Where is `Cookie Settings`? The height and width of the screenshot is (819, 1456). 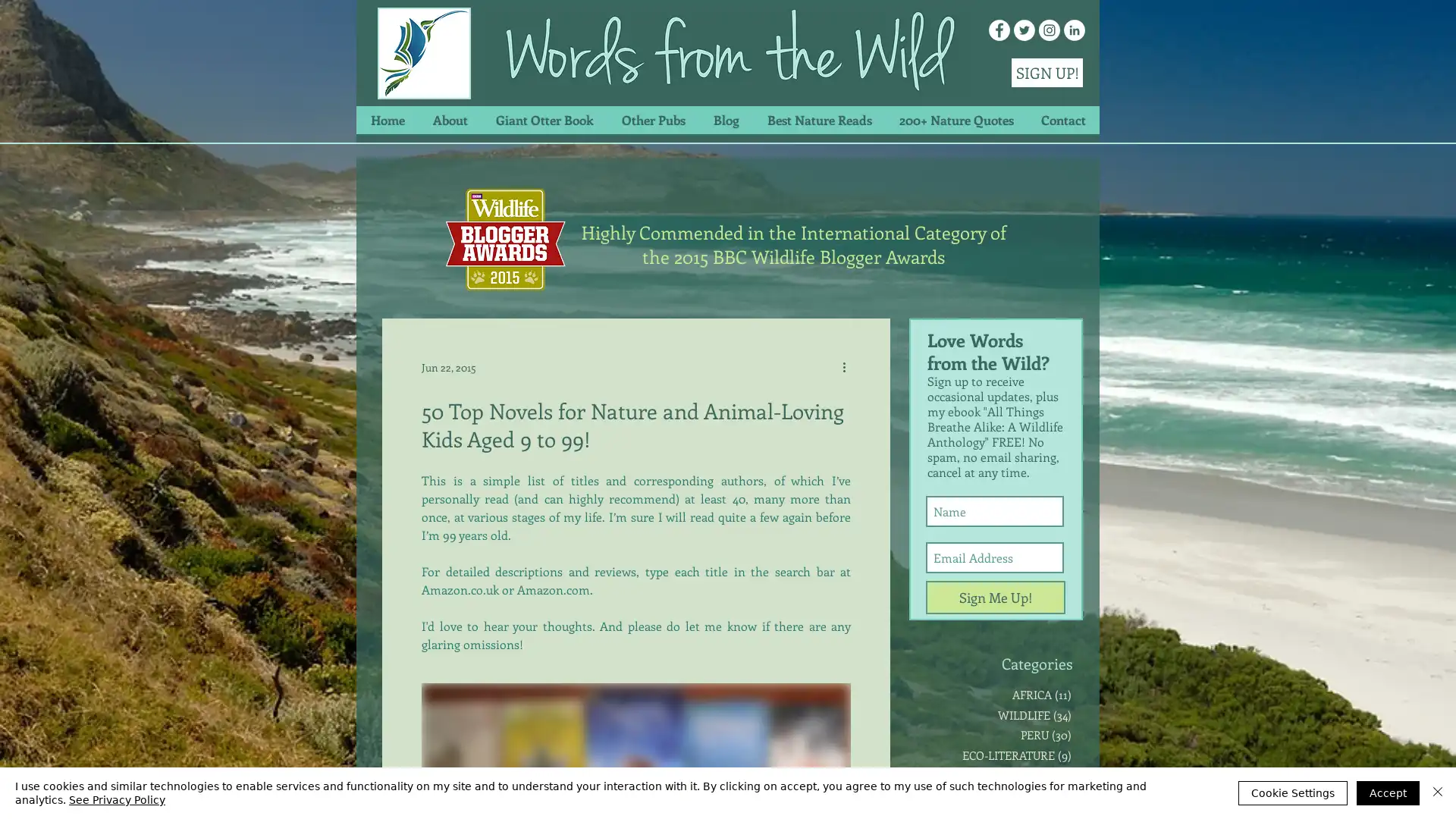
Cookie Settings is located at coordinates (1291, 792).